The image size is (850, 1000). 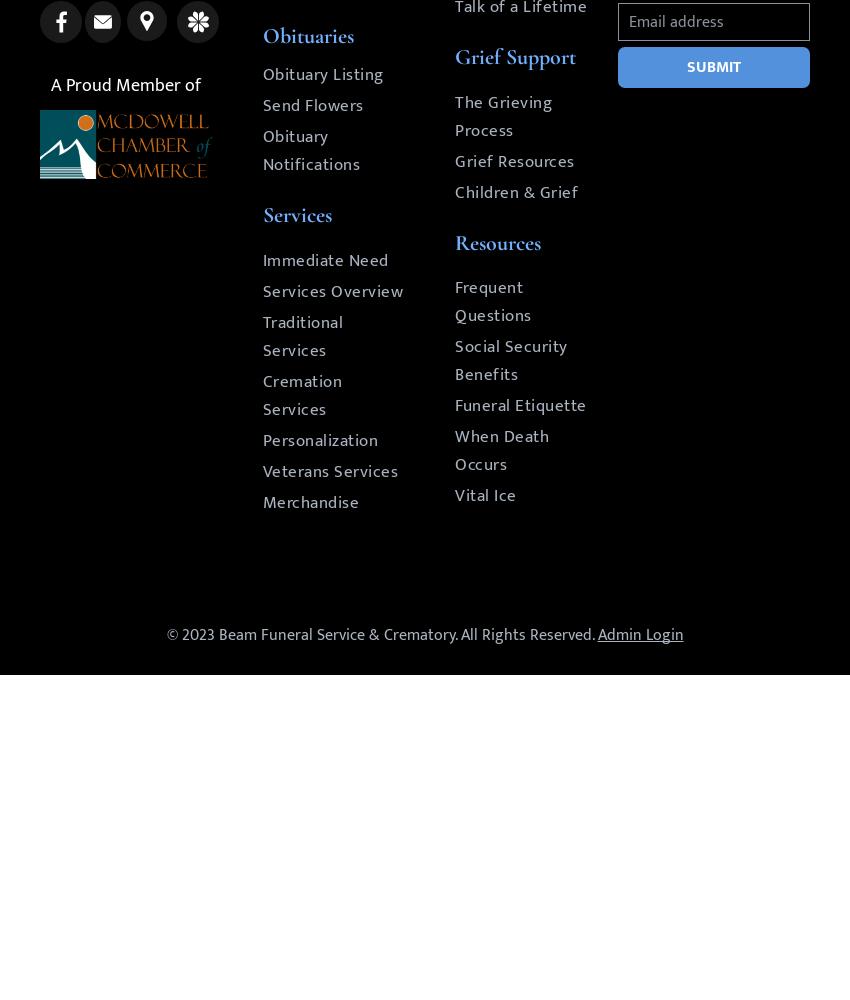 I want to click on 'A Proud Member of', so click(x=51, y=85).